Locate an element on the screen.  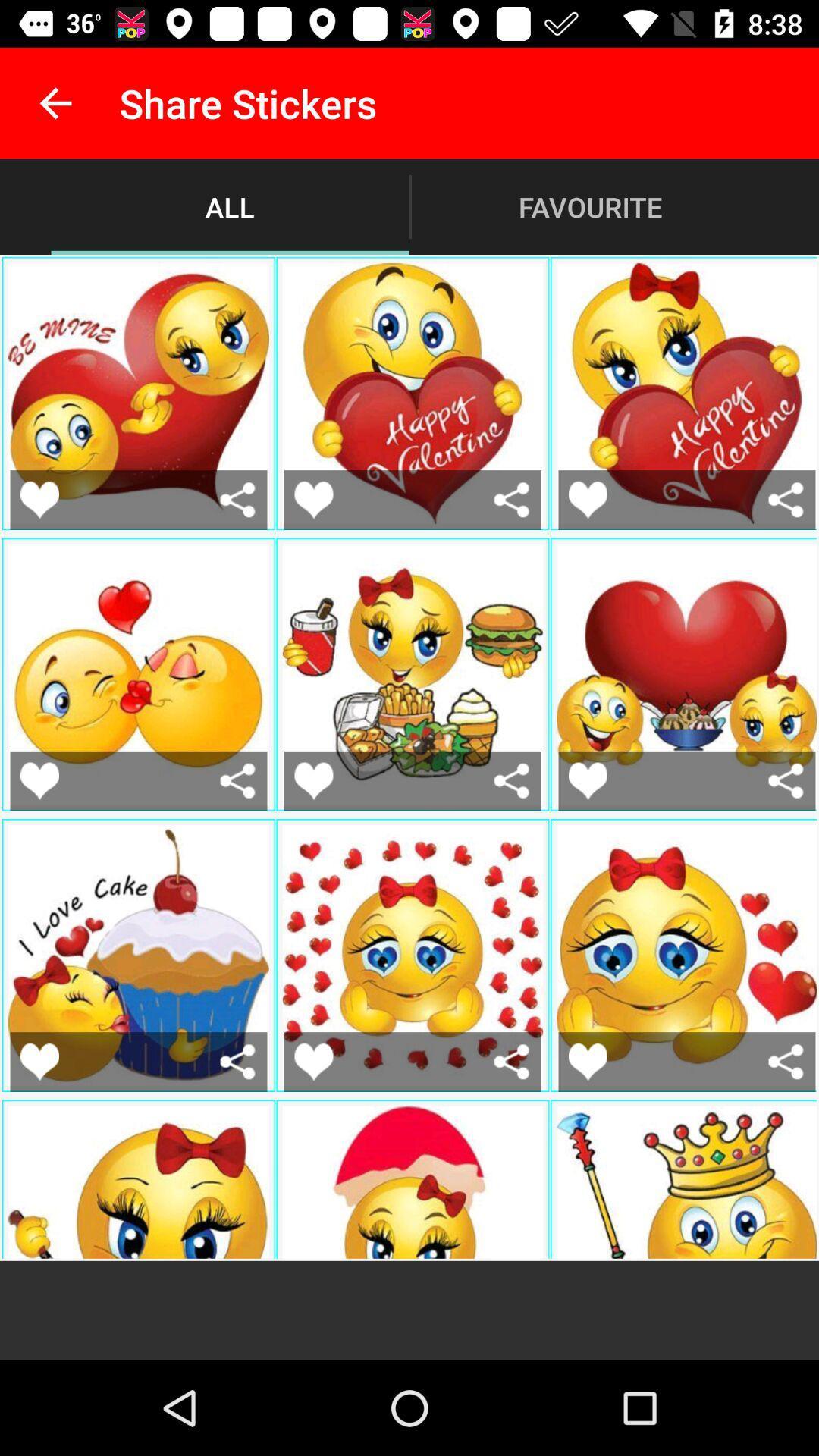
to favorite is located at coordinates (39, 780).